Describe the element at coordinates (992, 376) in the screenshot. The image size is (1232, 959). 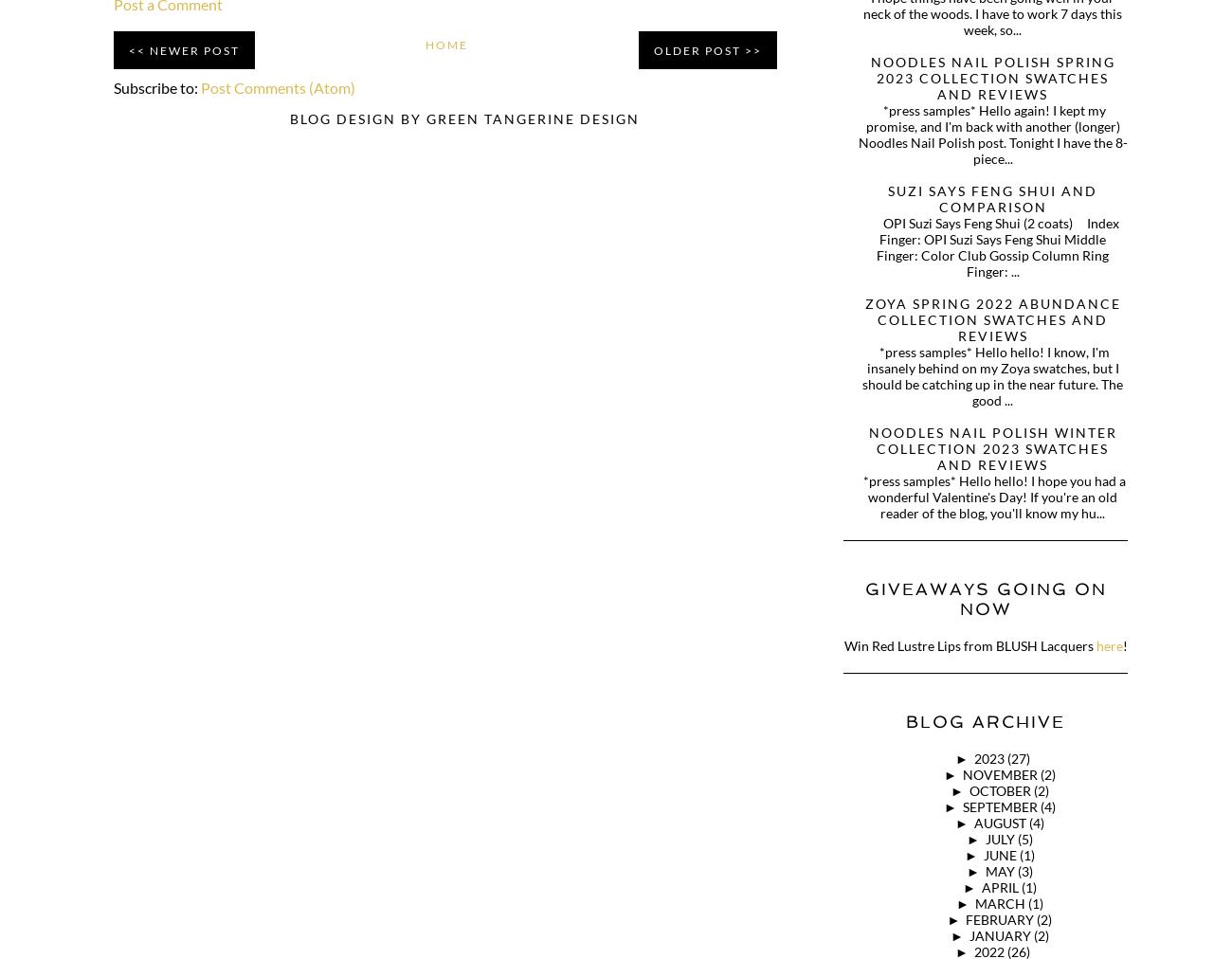
I see `'*press samples* Hello hello! I know, I'm insanely behind on my Zoya swatches, but I should be catching up in the near future. The good ...'` at that location.